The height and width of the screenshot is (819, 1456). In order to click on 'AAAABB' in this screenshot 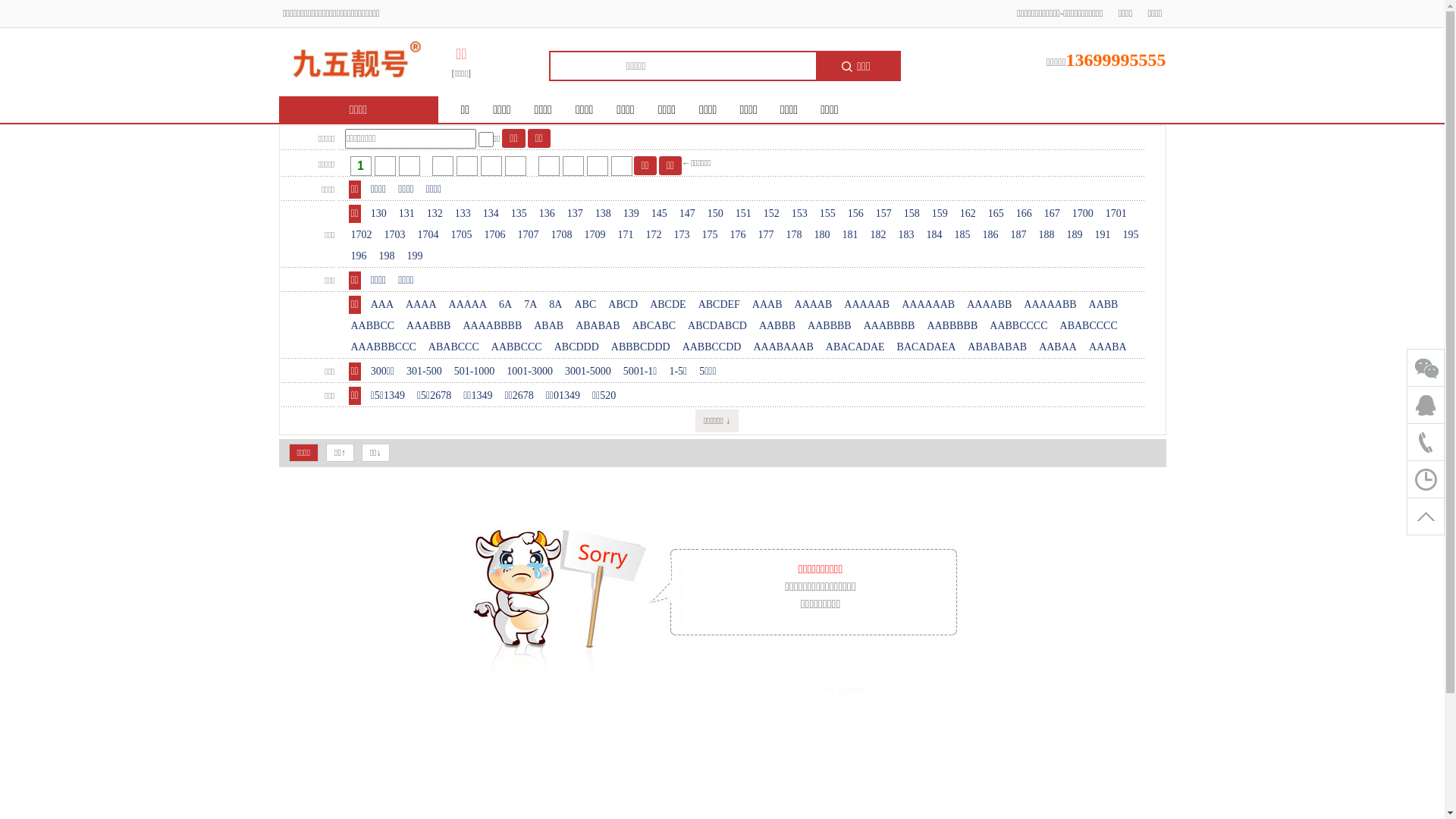, I will do `click(989, 304)`.